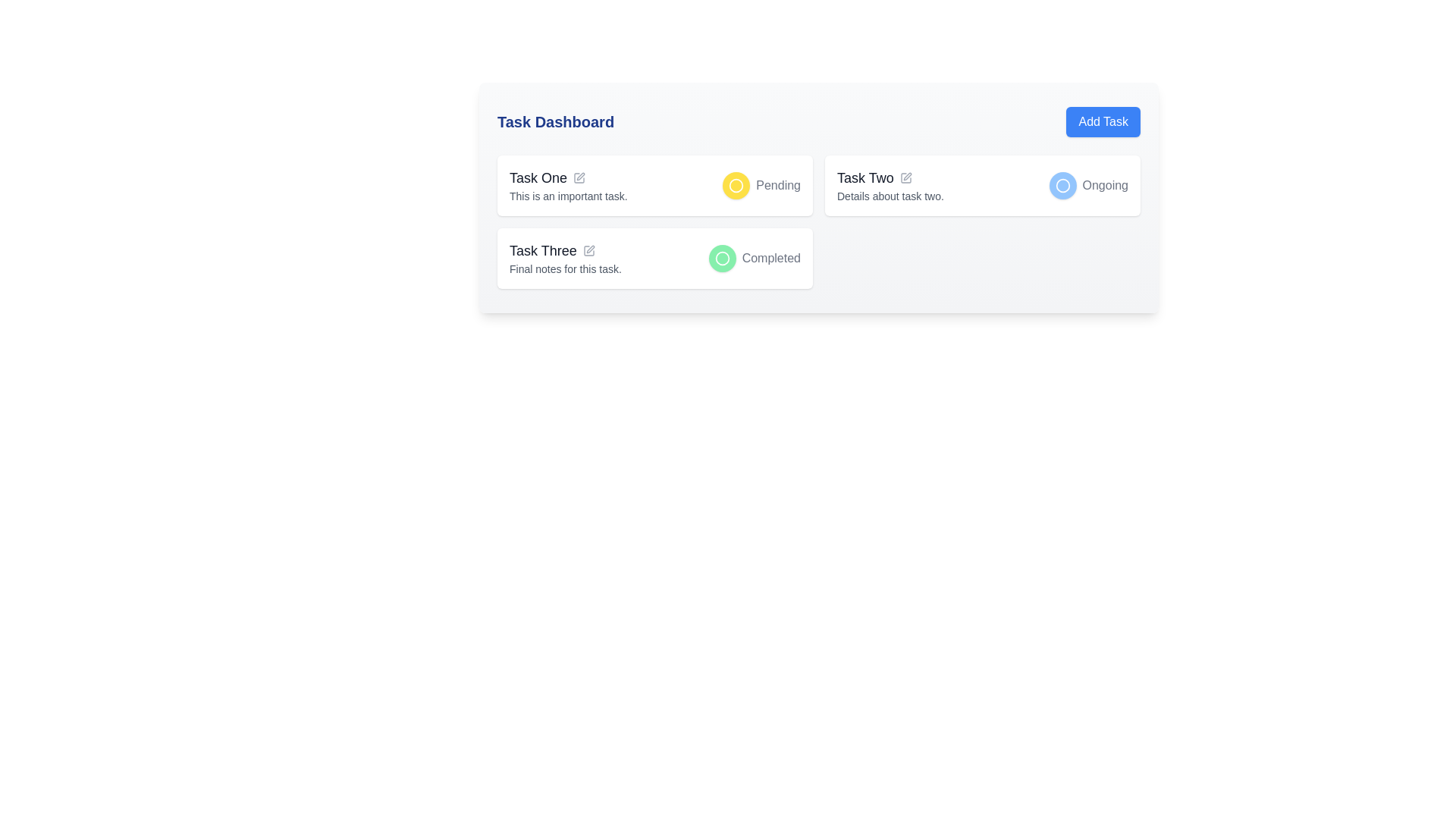  I want to click on the 'Pending' status icon for 'Task One' located in the first row of the task list on the Task Dashboard, so click(736, 185).